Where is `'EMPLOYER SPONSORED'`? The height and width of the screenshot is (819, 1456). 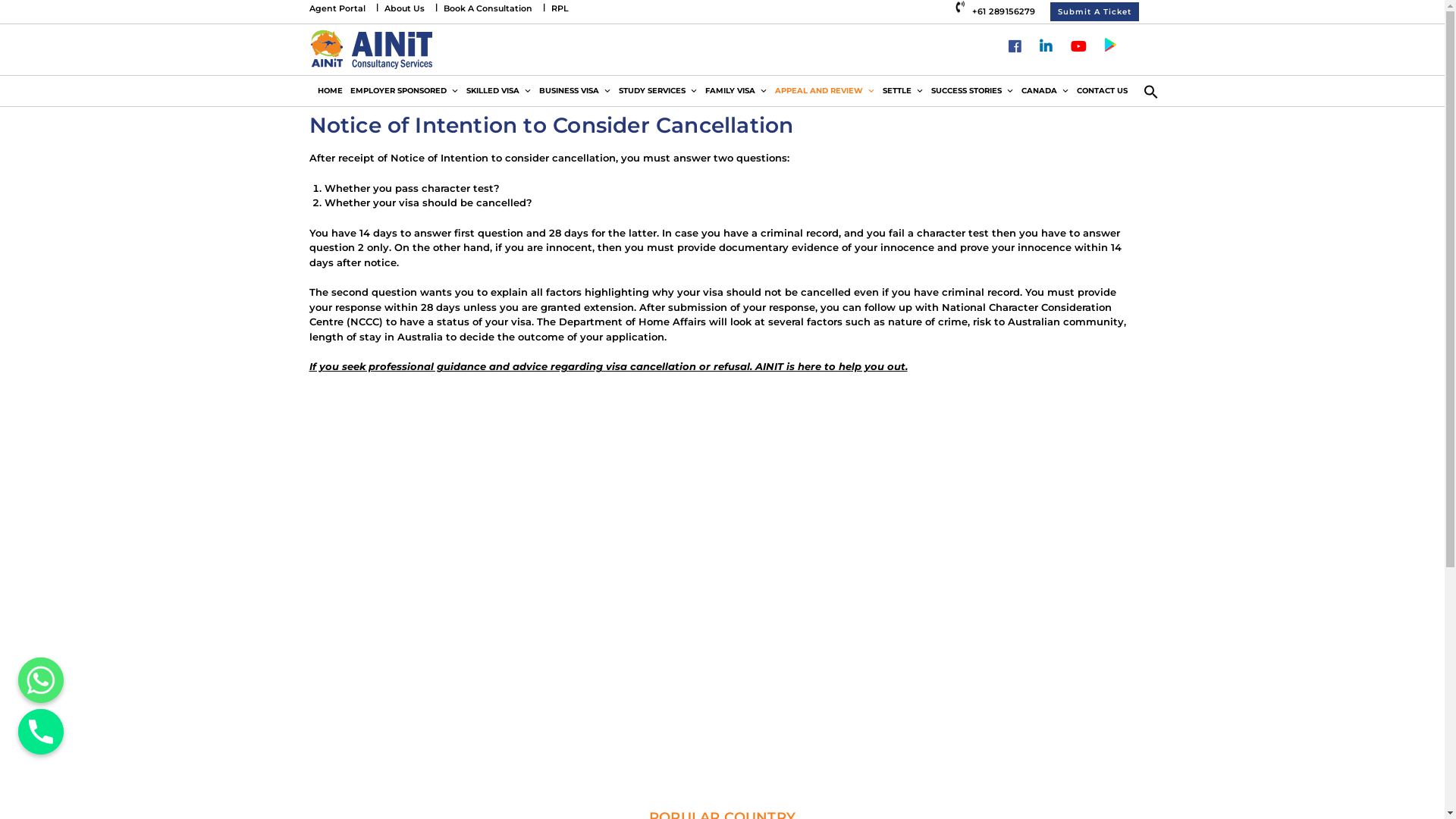
'EMPLOYER SPONSORED' is located at coordinates (403, 90).